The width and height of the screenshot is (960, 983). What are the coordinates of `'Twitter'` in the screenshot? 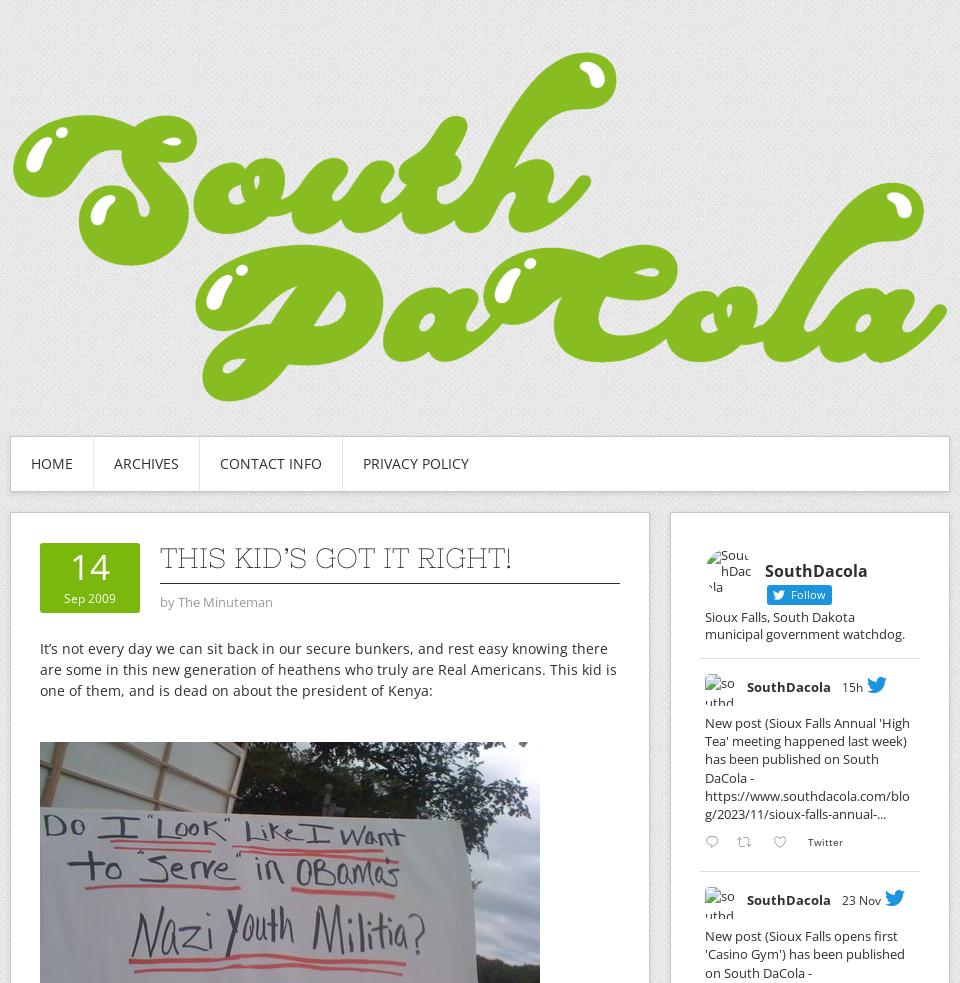 It's located at (806, 842).